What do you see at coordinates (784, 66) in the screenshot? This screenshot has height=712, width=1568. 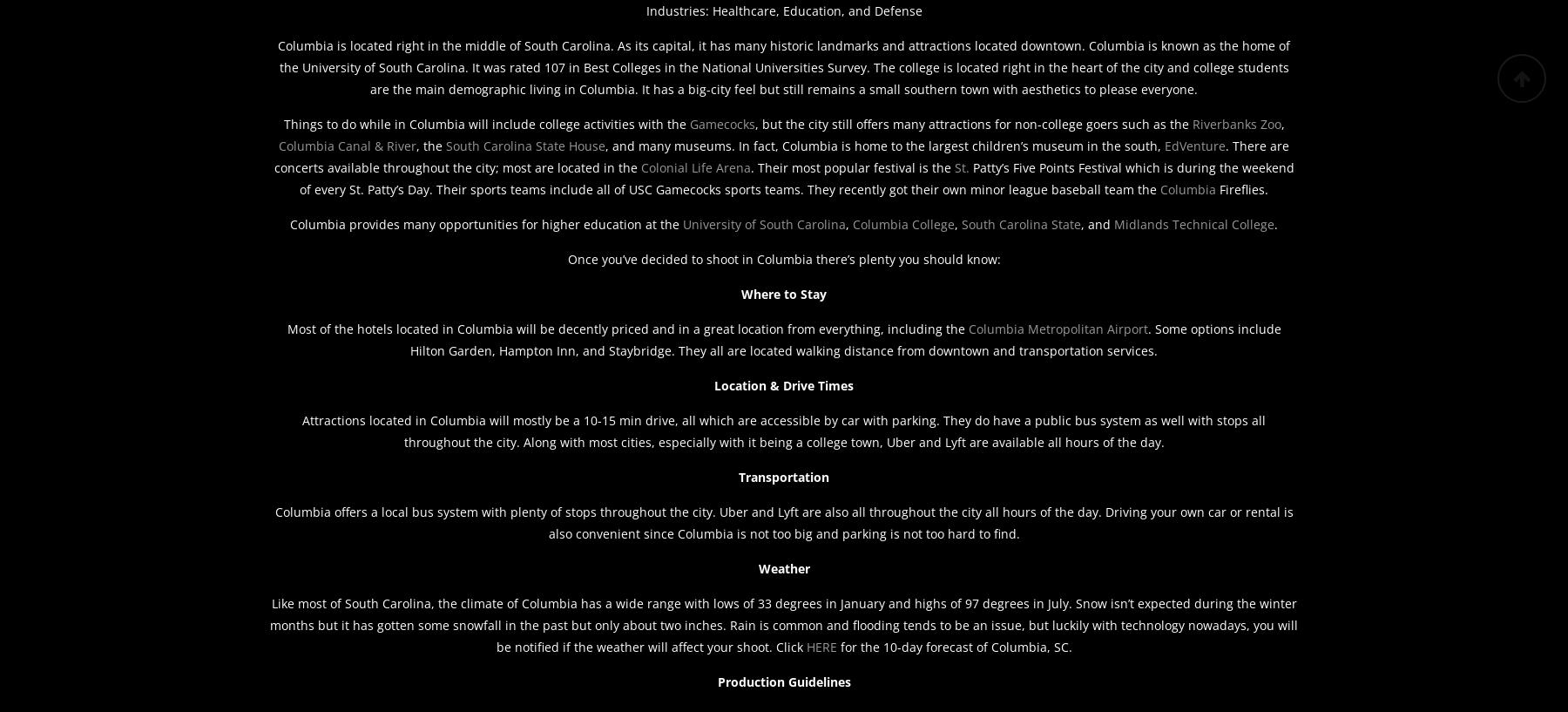 I see `'Columbia is located right in the middle of South Carolina. As its capital, it has many historic landmarks and attractions located downtown. Columbia is known as the home of the University of South Carolina. It was rated 107 in Best Colleges in the National Universities Survey. The college is located right in the heart of the city and college students are the main demographic living in Columbia. It has a big-city feel but still remains a small southern town with aesthetics to please everyone.'` at bounding box center [784, 66].